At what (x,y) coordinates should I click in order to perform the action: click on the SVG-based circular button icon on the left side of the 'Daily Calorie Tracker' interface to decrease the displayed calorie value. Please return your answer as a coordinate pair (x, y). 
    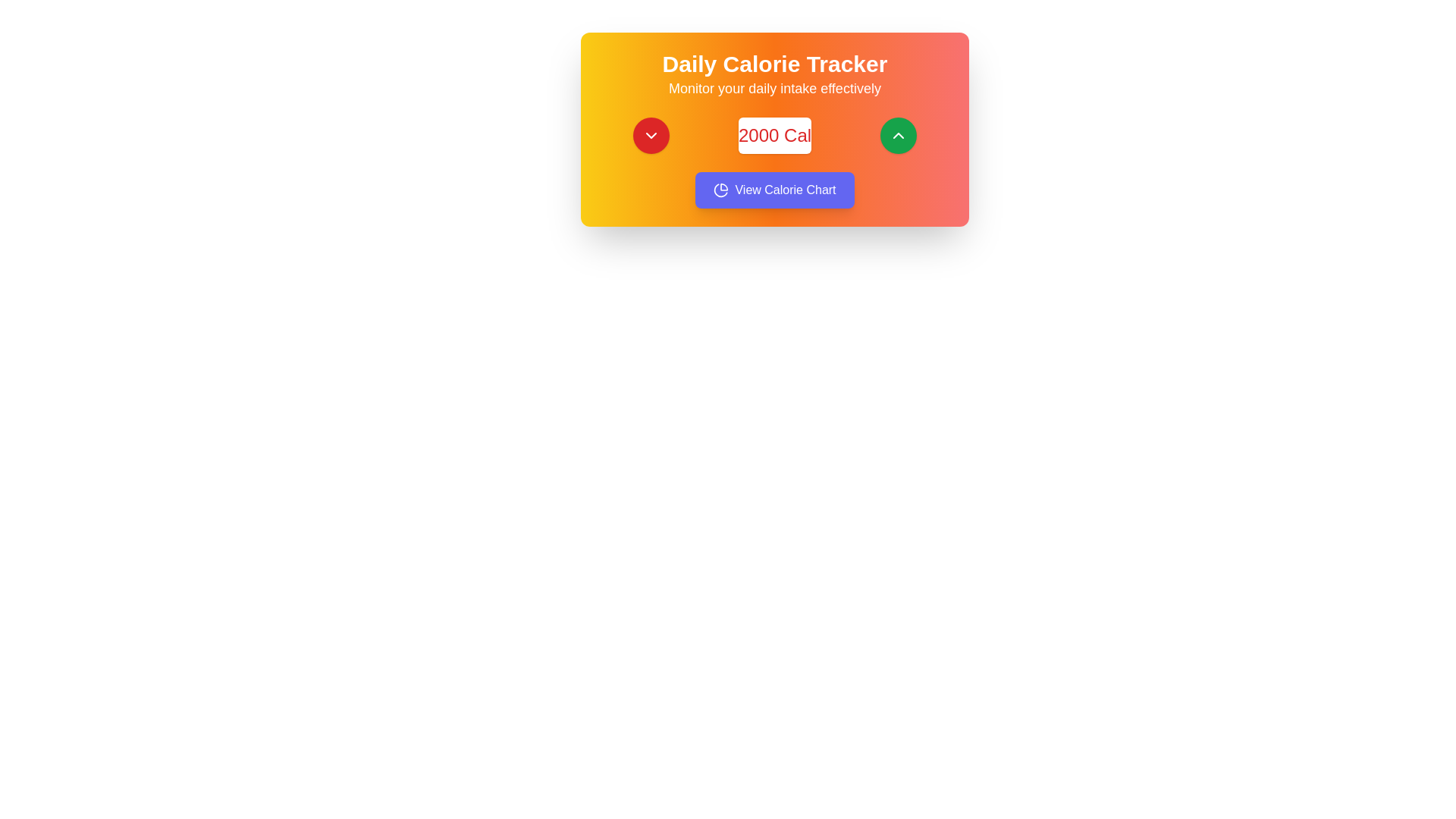
    Looking at the image, I should click on (651, 134).